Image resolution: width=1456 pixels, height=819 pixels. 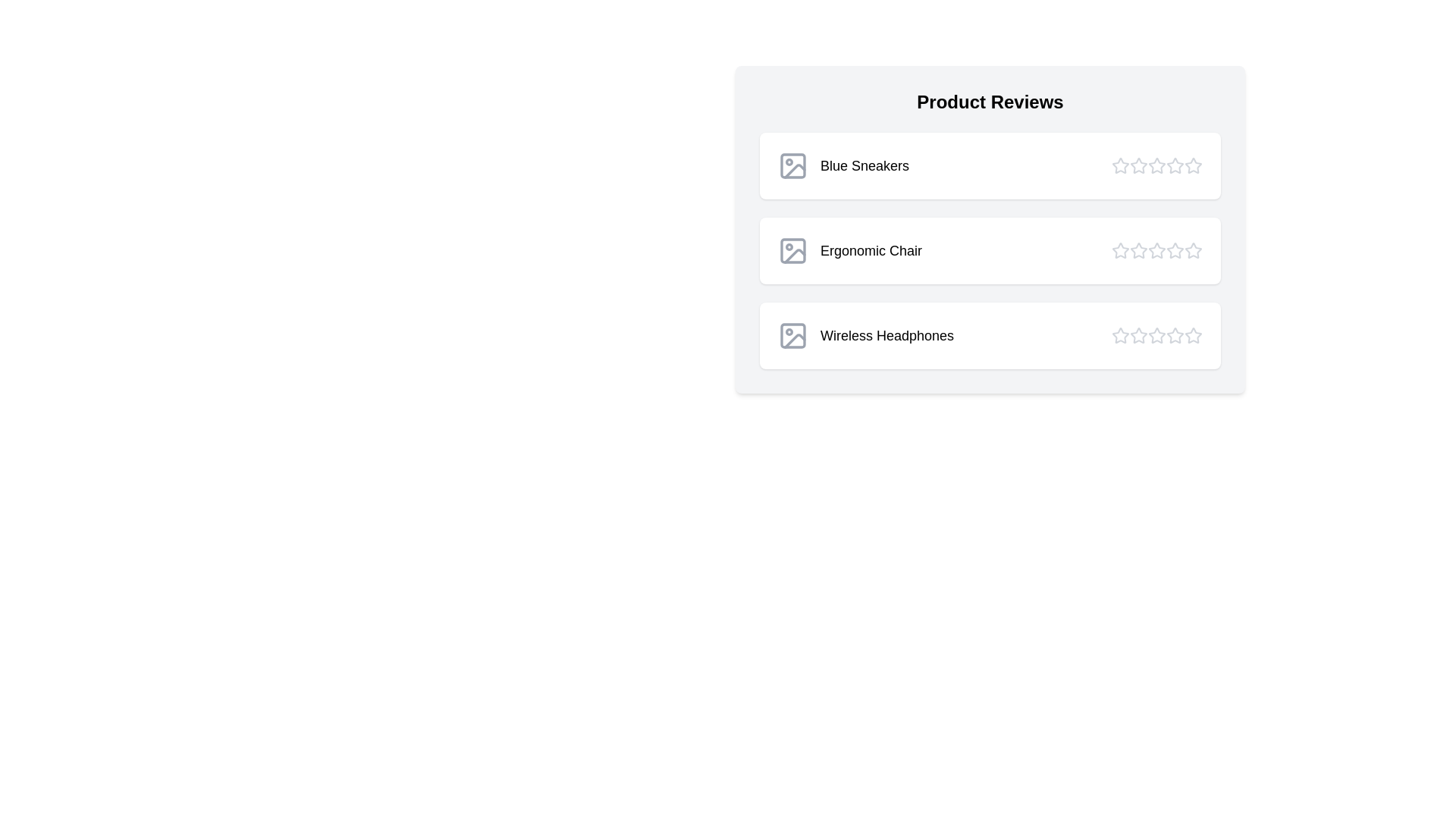 What do you see at coordinates (1139, 166) in the screenshot?
I see `the star corresponding to 2 stars for the product Blue Sneakers` at bounding box center [1139, 166].